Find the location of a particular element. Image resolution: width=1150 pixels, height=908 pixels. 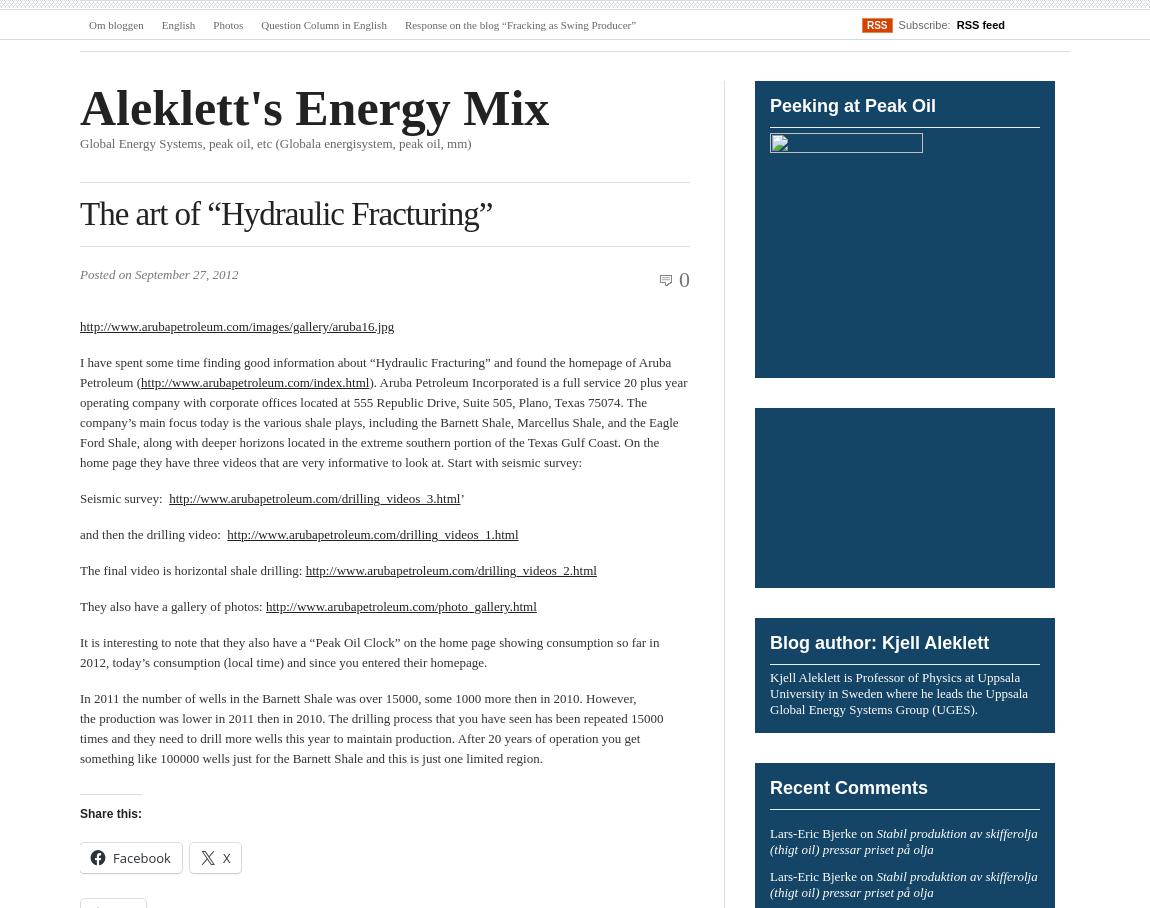

'Aleklett's Energy Mix' is located at coordinates (79, 106).